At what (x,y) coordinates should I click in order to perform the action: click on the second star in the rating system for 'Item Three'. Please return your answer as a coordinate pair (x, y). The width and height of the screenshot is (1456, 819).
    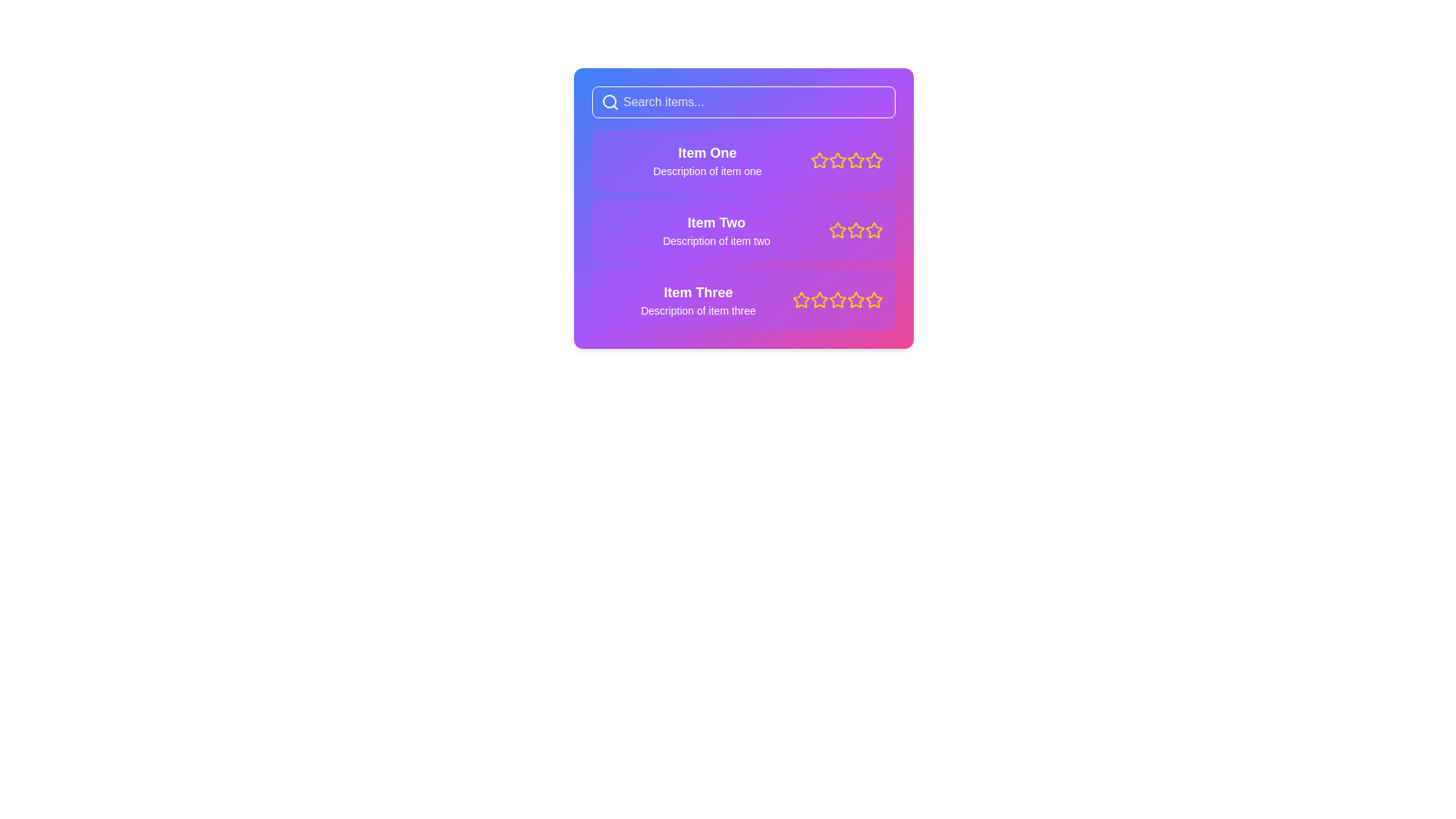
    Looking at the image, I should click on (836, 300).